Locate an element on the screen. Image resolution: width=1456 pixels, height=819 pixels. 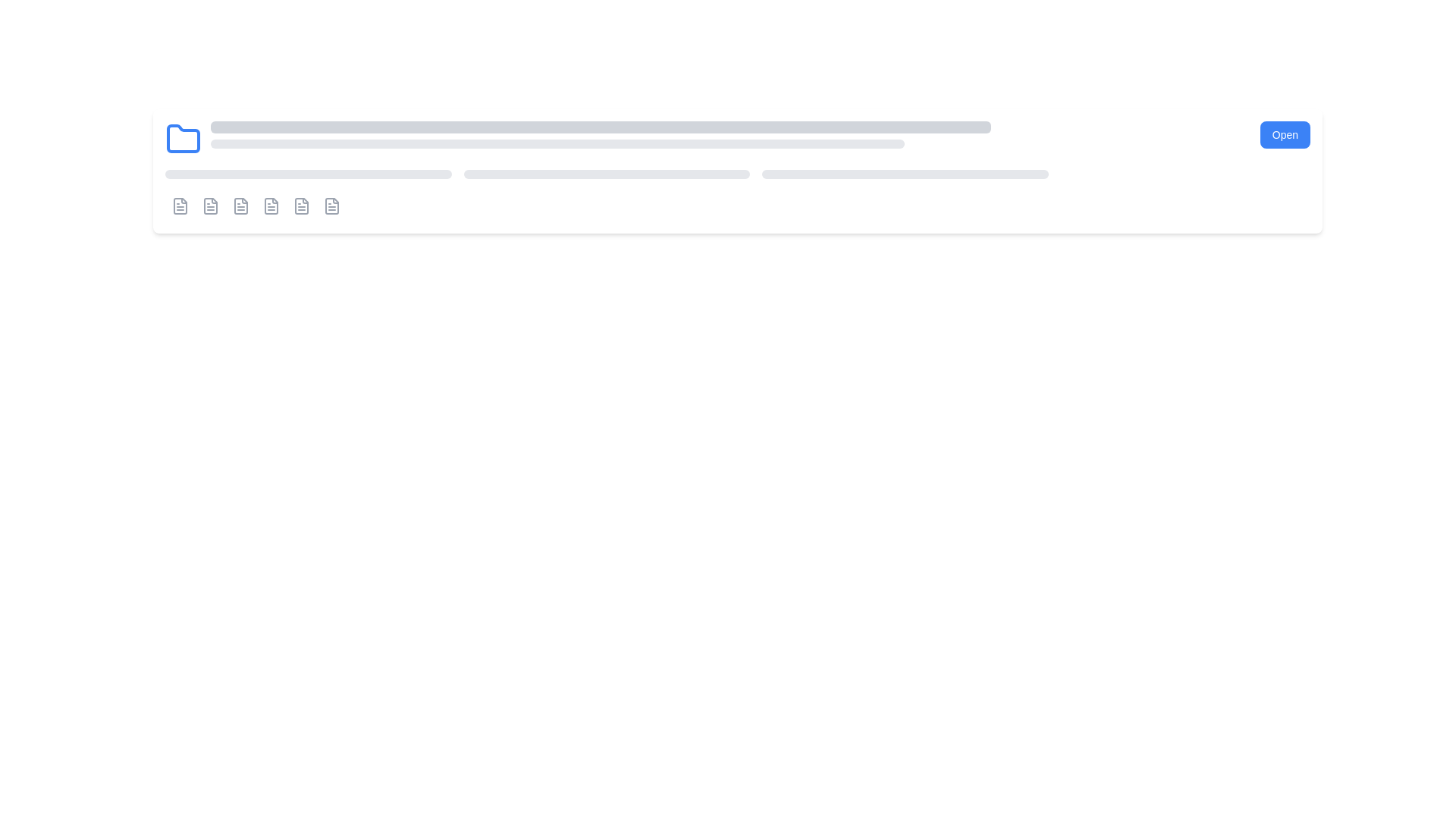
the document representation icon, which is either the third or fourth icon in a horizontal series at the bottom of the interface is located at coordinates (240, 206).